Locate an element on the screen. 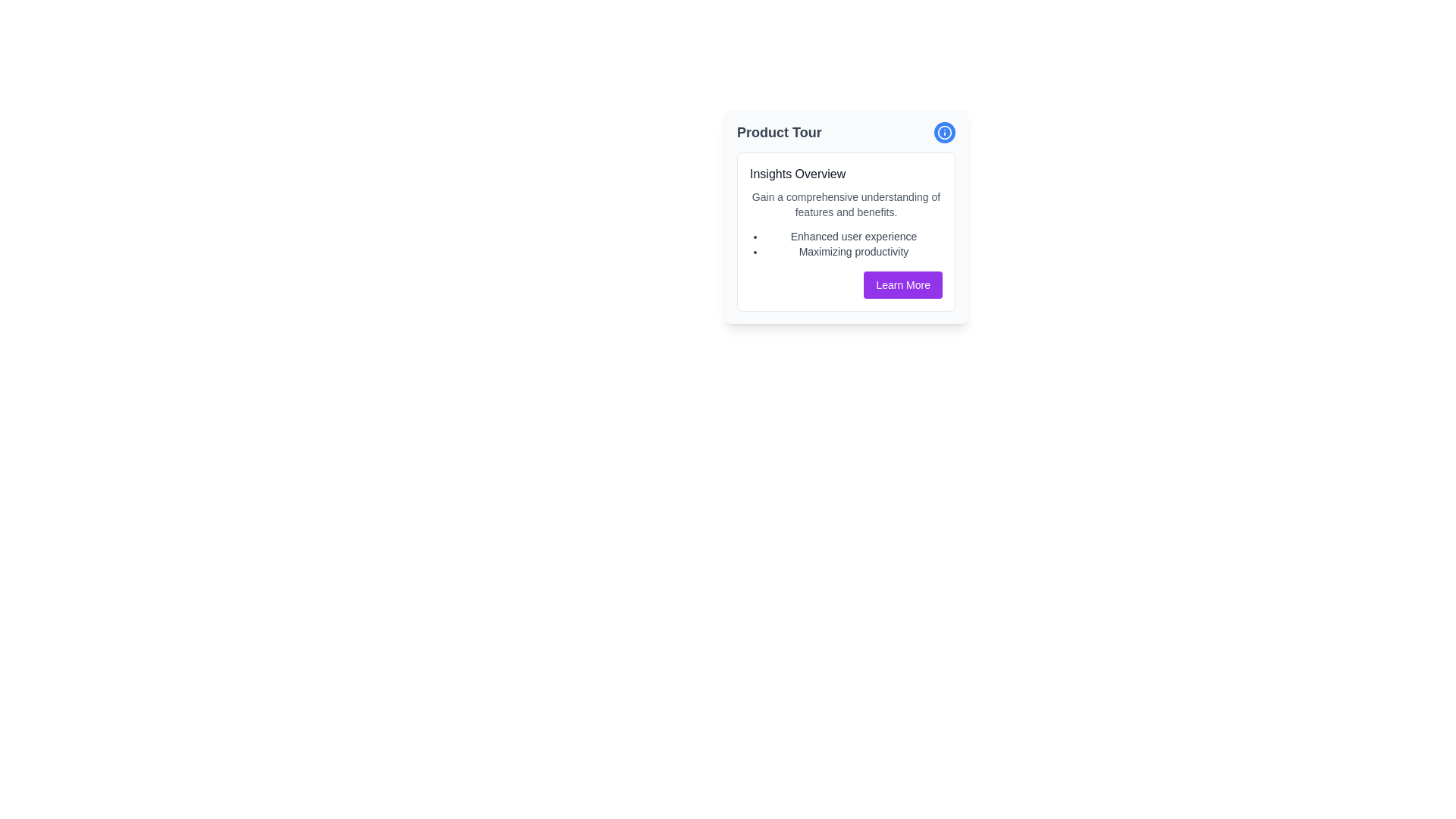 This screenshot has width=1456, height=819. the first list item in the bullet-point list styled in small gray font containing the text 'Enhanced user experience' within the 'Product Tour' card layout is located at coordinates (854, 237).